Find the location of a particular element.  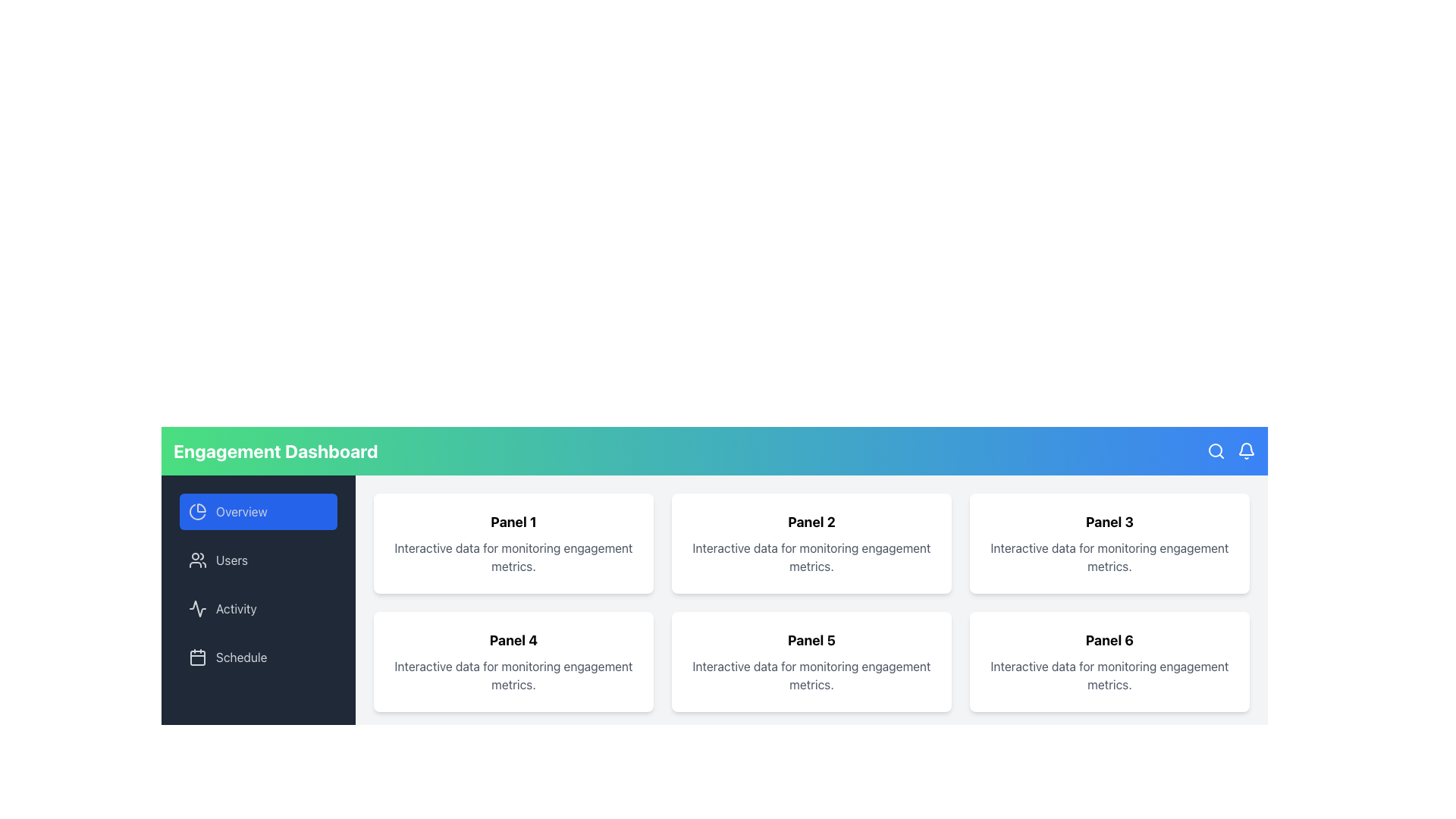

the Informational Panel identified by the title 'Panel 5' and the description 'Interactive data for monitoring engagement metrics' is located at coordinates (811, 661).